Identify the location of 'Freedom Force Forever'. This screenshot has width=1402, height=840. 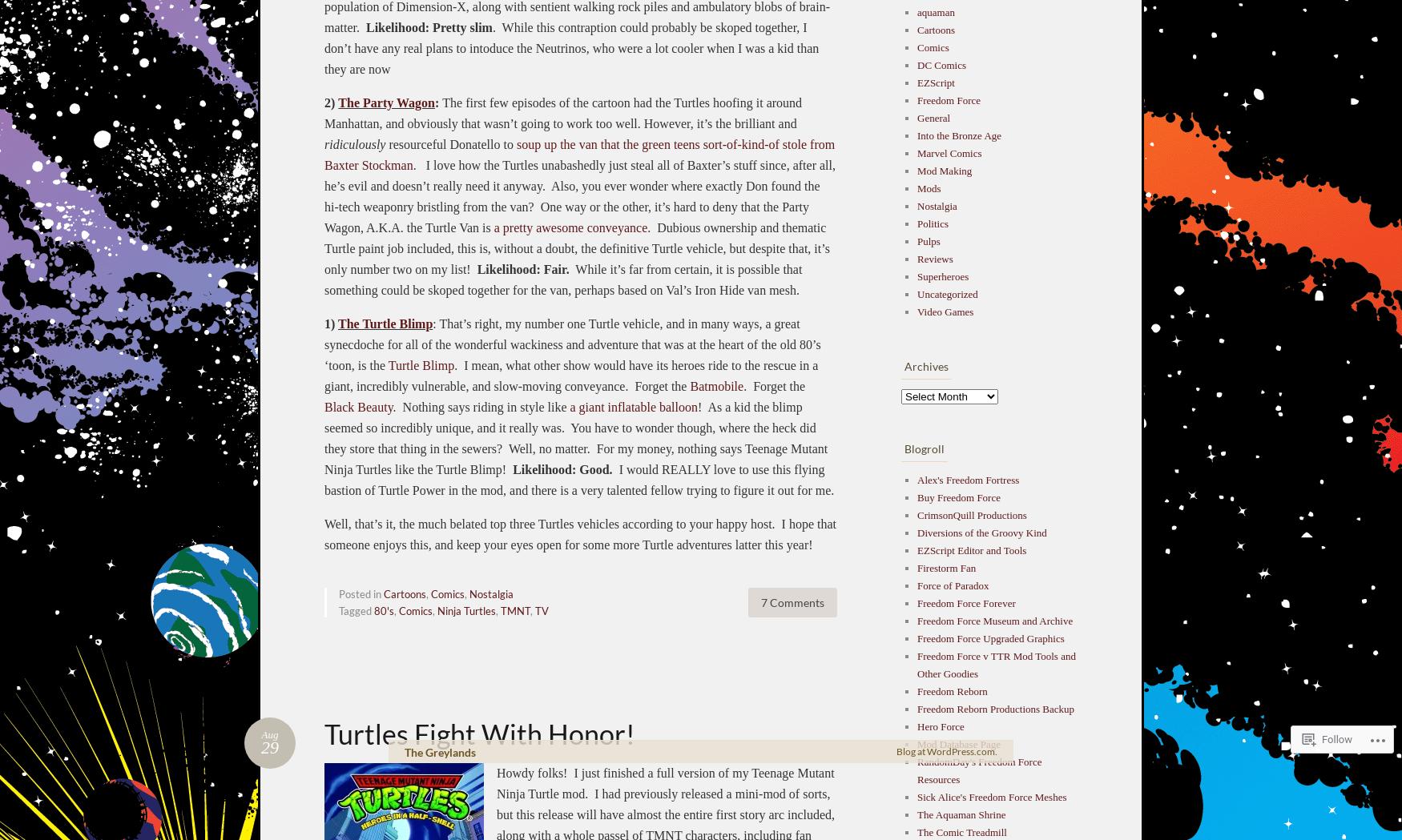
(965, 601).